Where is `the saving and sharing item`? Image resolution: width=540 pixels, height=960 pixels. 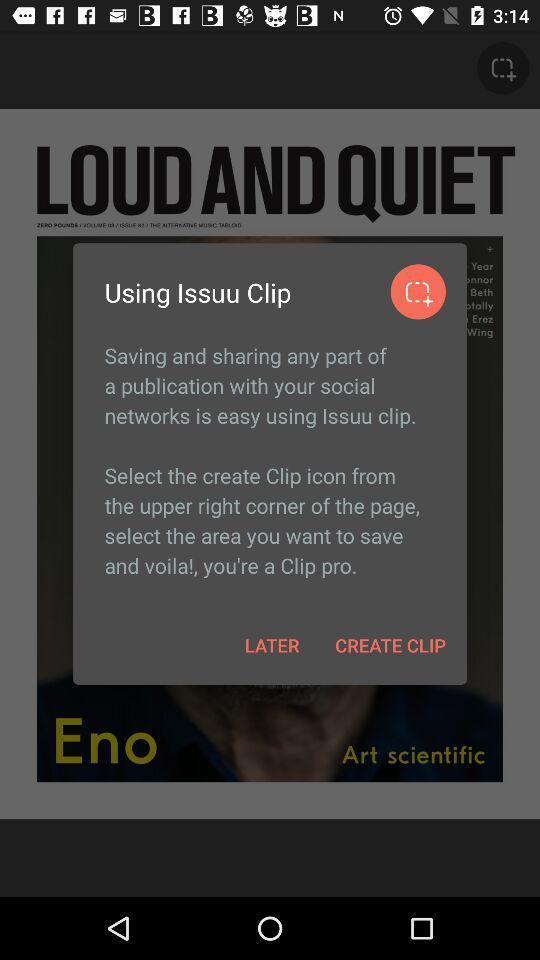 the saving and sharing item is located at coordinates (270, 460).